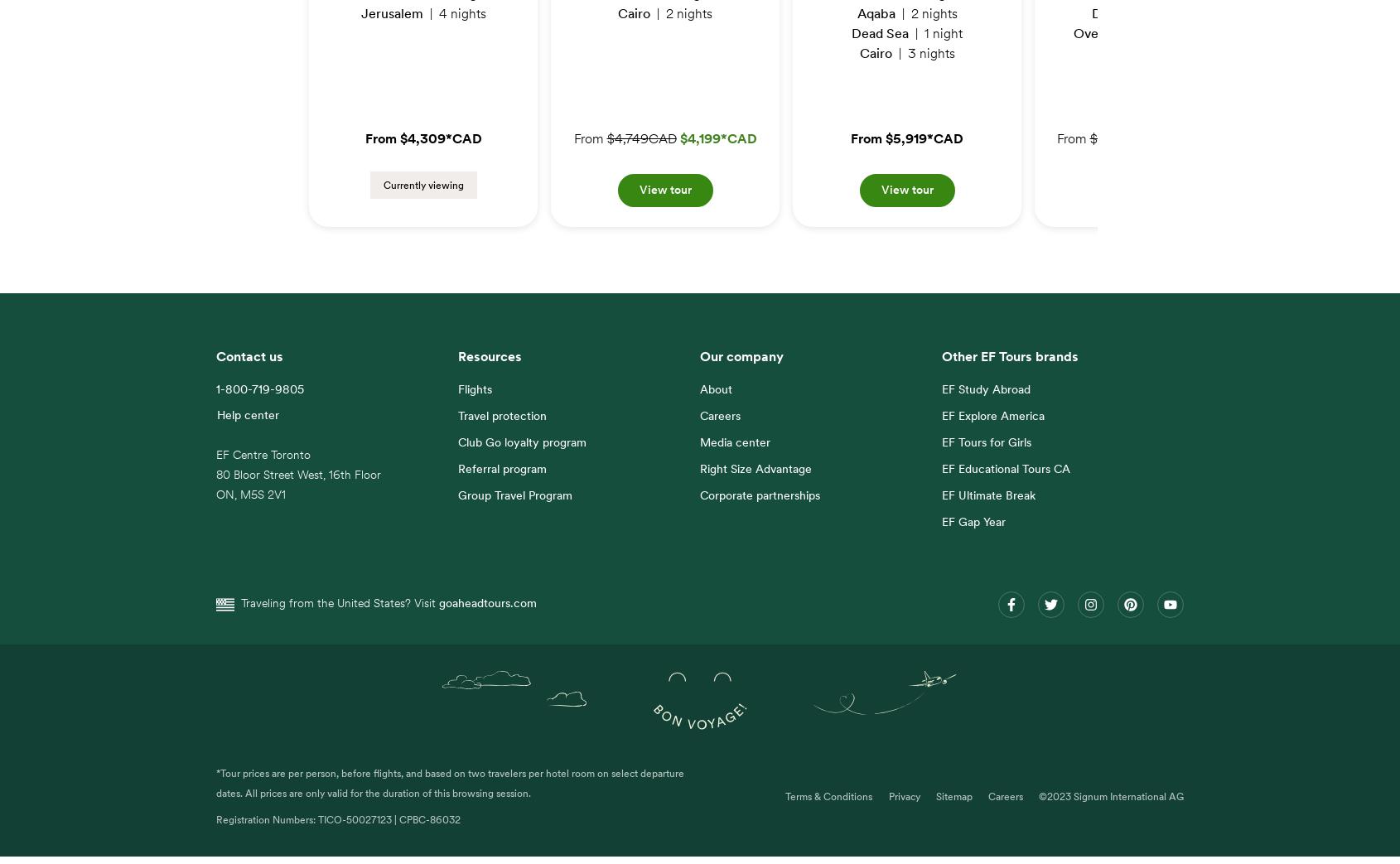 This screenshot has width=1400, height=864. I want to click on 'Sitemap', so click(915, 806).